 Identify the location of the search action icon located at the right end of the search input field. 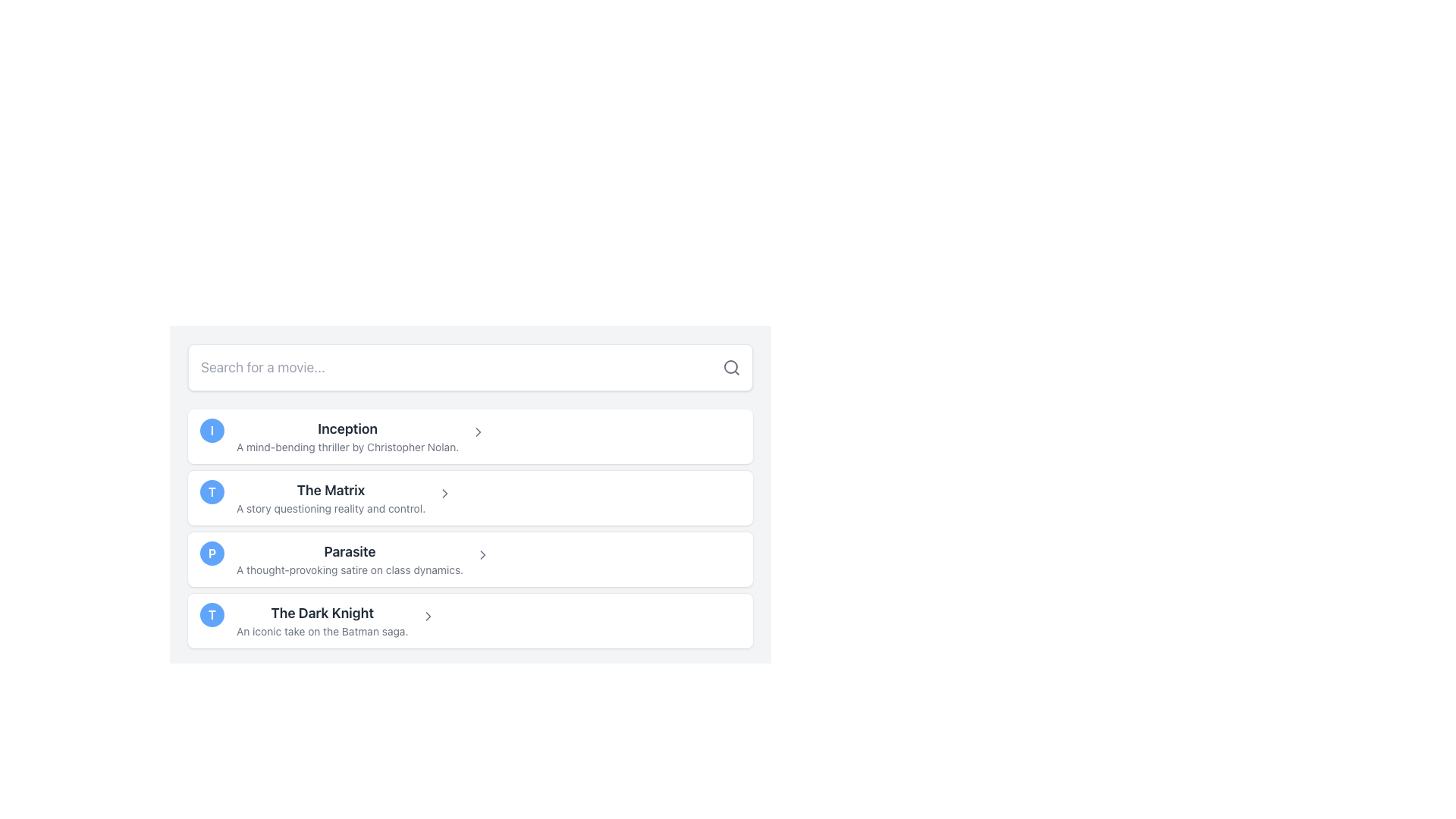
(731, 368).